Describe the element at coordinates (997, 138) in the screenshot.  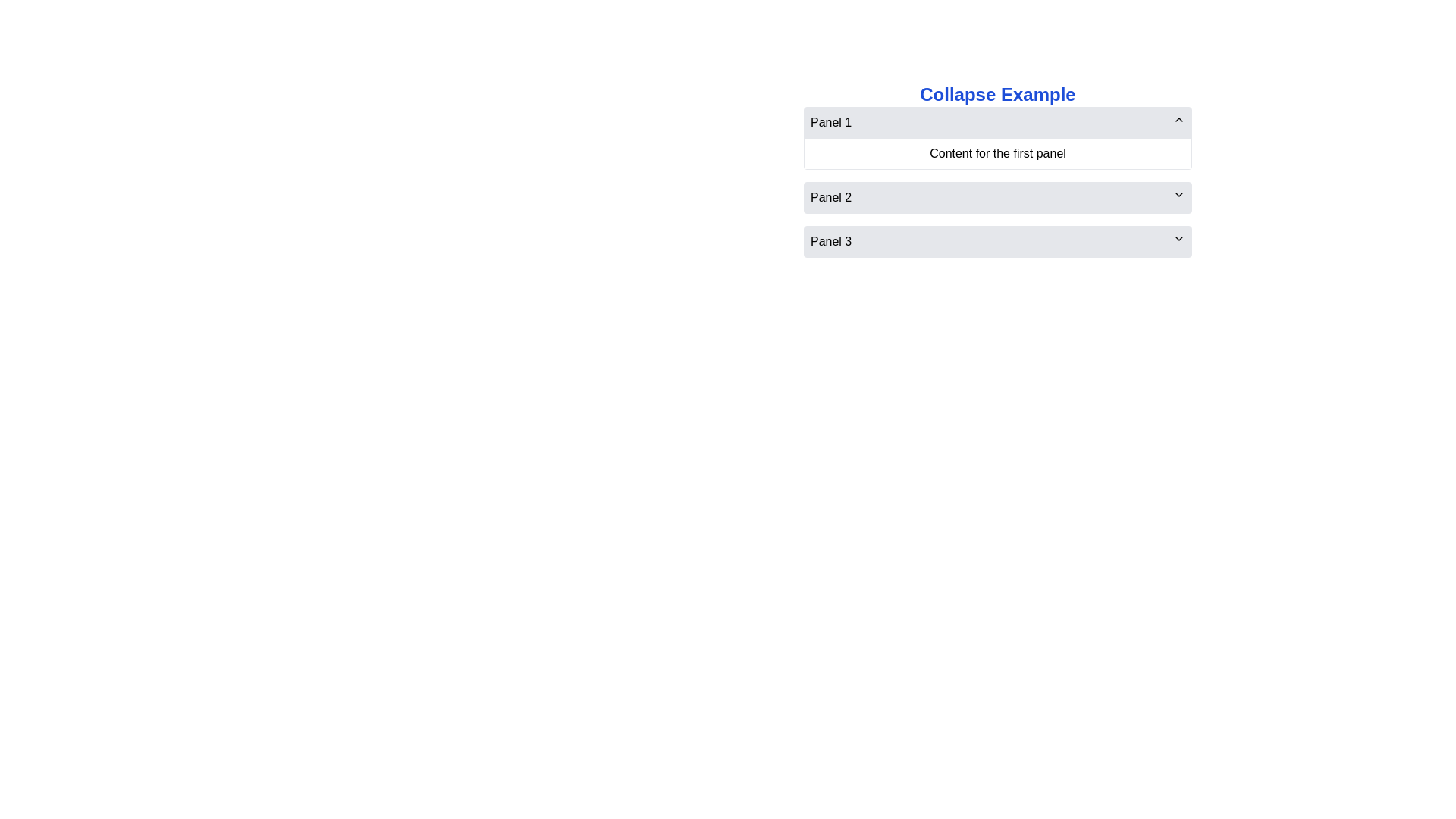
I see `the upward chevron icon on the header of the collapsible panel titled 'Panel 1'` at that location.